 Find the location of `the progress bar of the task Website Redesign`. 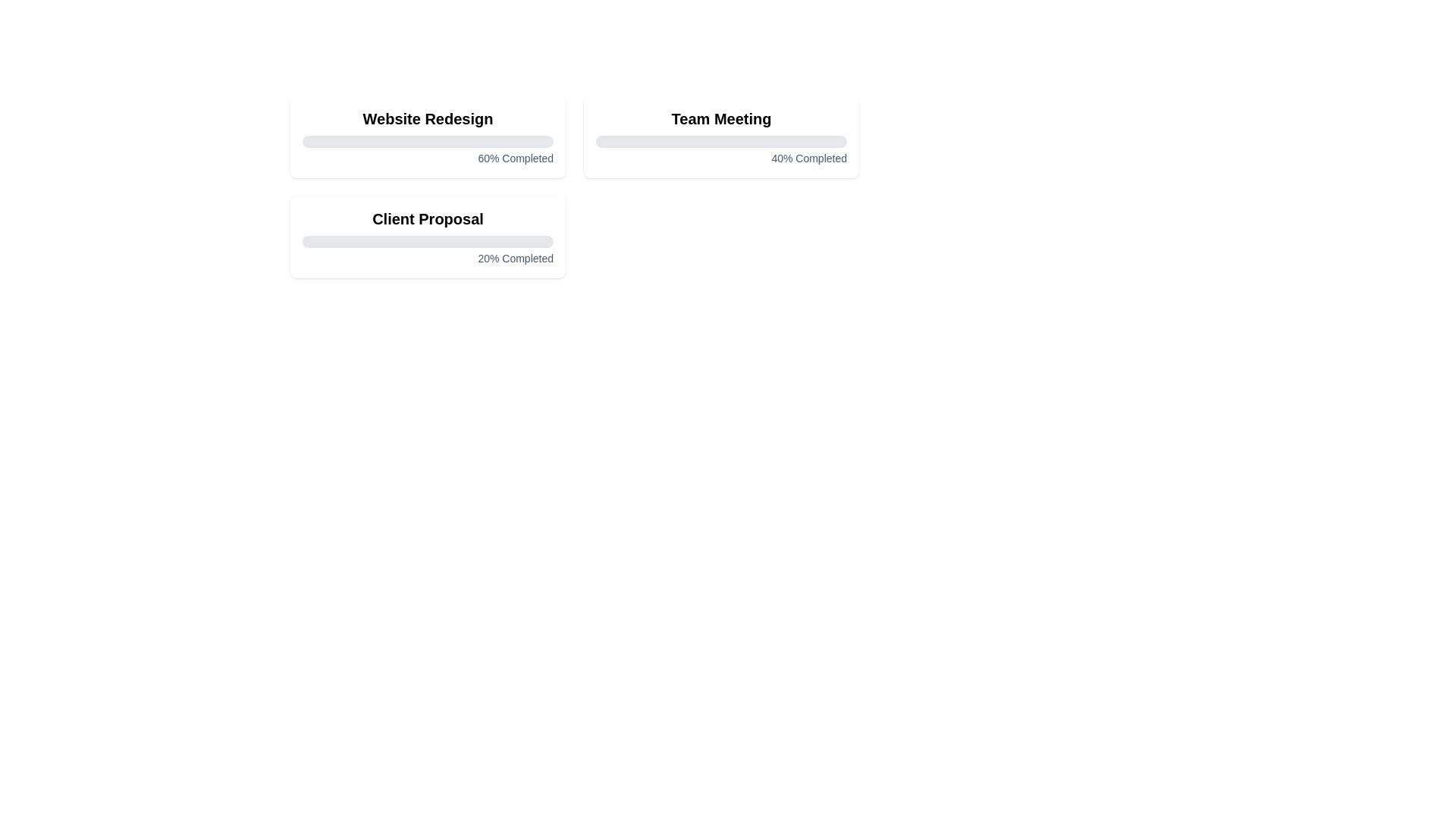

the progress bar of the task Website Redesign is located at coordinates (427, 141).